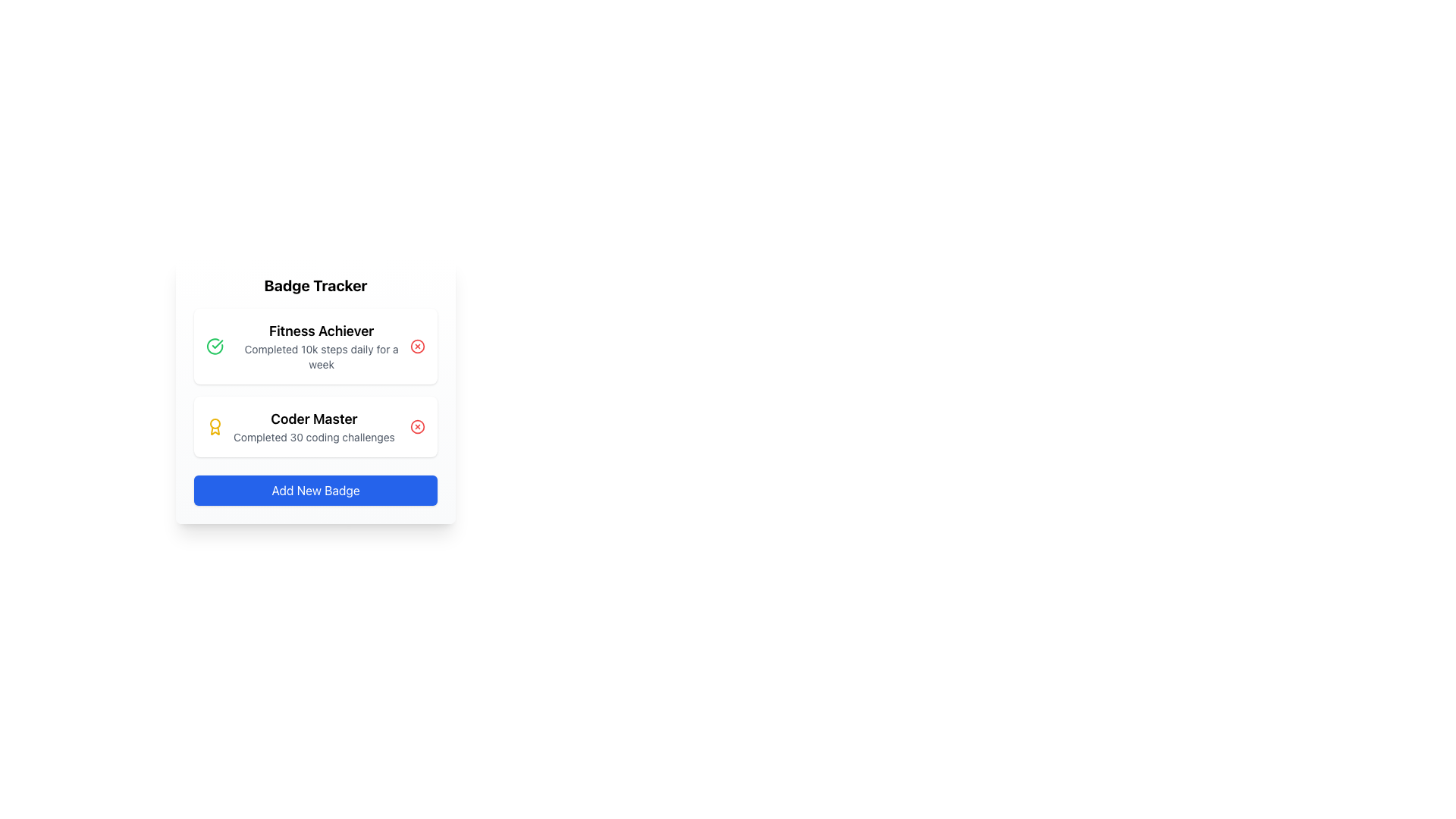  I want to click on the completion icon next to the text 'Fitness Achiever' to signify success in the badge tracker, so click(214, 346).